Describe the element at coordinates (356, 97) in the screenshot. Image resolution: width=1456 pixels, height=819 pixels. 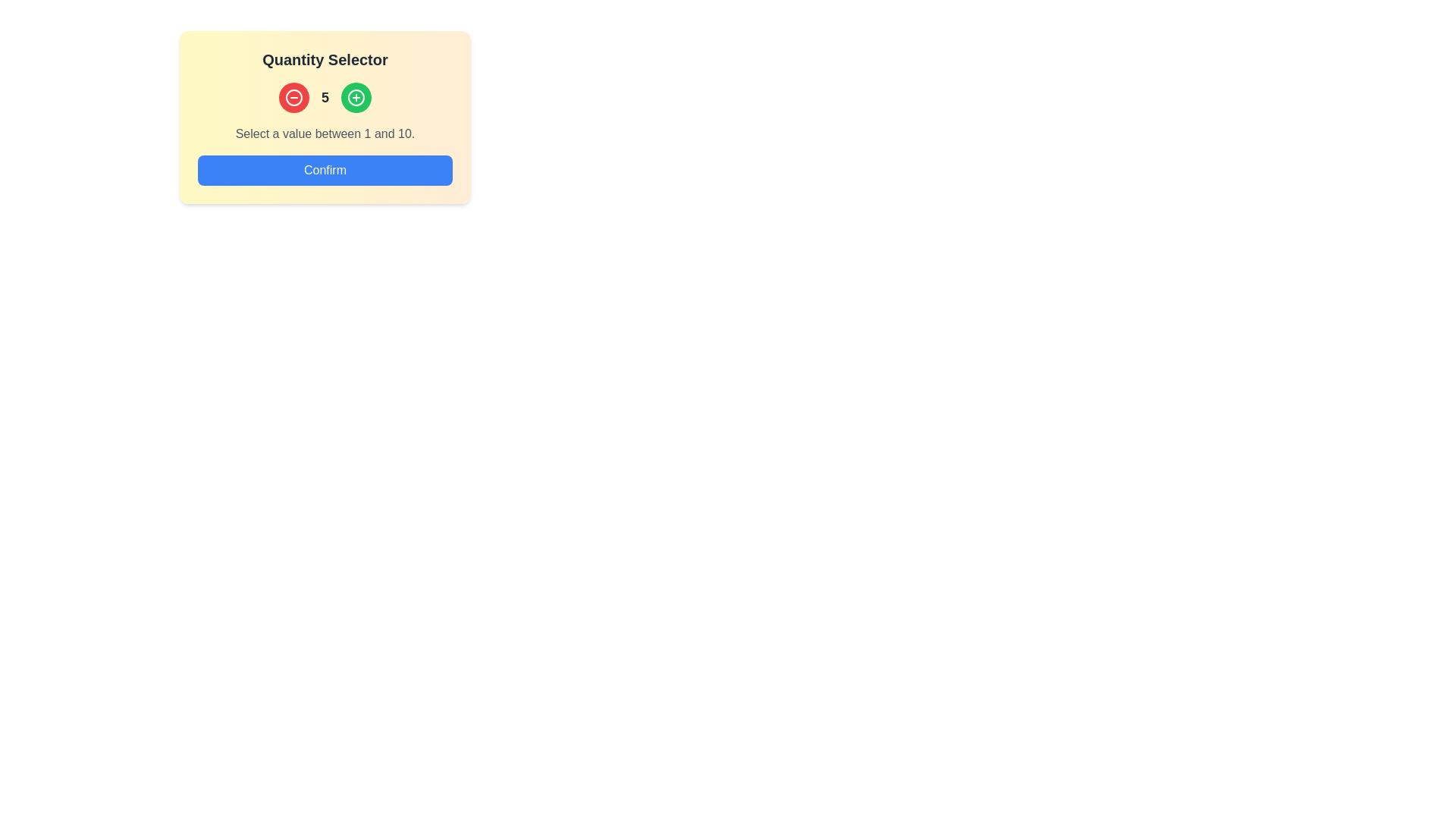
I see `the presence of the circular increment icon with a plus sign inside, located at the rightmost part of the control panel adjacent to the 'Confirm' button` at that location.